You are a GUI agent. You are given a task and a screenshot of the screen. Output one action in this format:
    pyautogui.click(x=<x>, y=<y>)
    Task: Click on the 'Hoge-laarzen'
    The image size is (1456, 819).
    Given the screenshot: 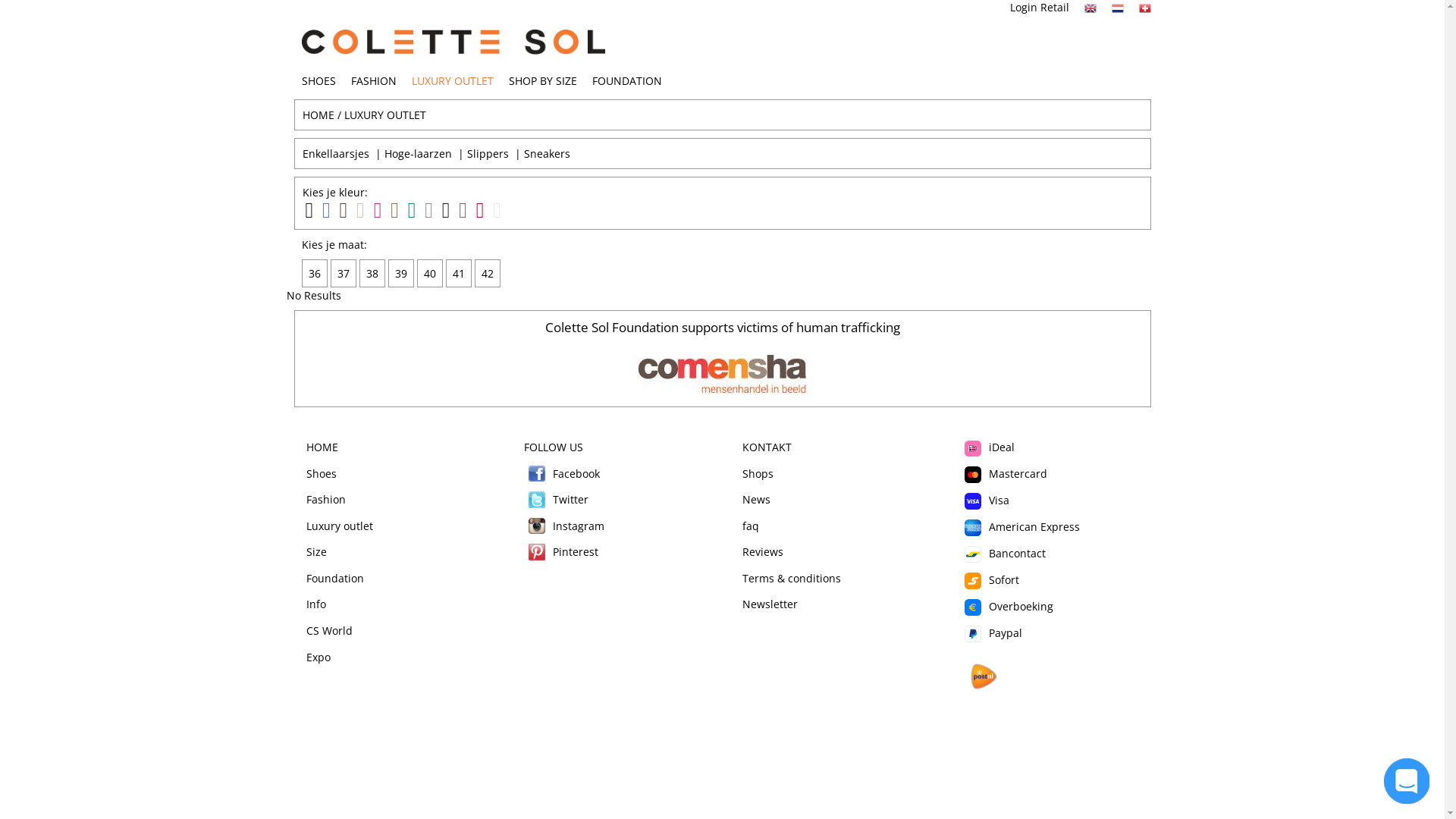 What is the action you would take?
    pyautogui.click(x=417, y=153)
    